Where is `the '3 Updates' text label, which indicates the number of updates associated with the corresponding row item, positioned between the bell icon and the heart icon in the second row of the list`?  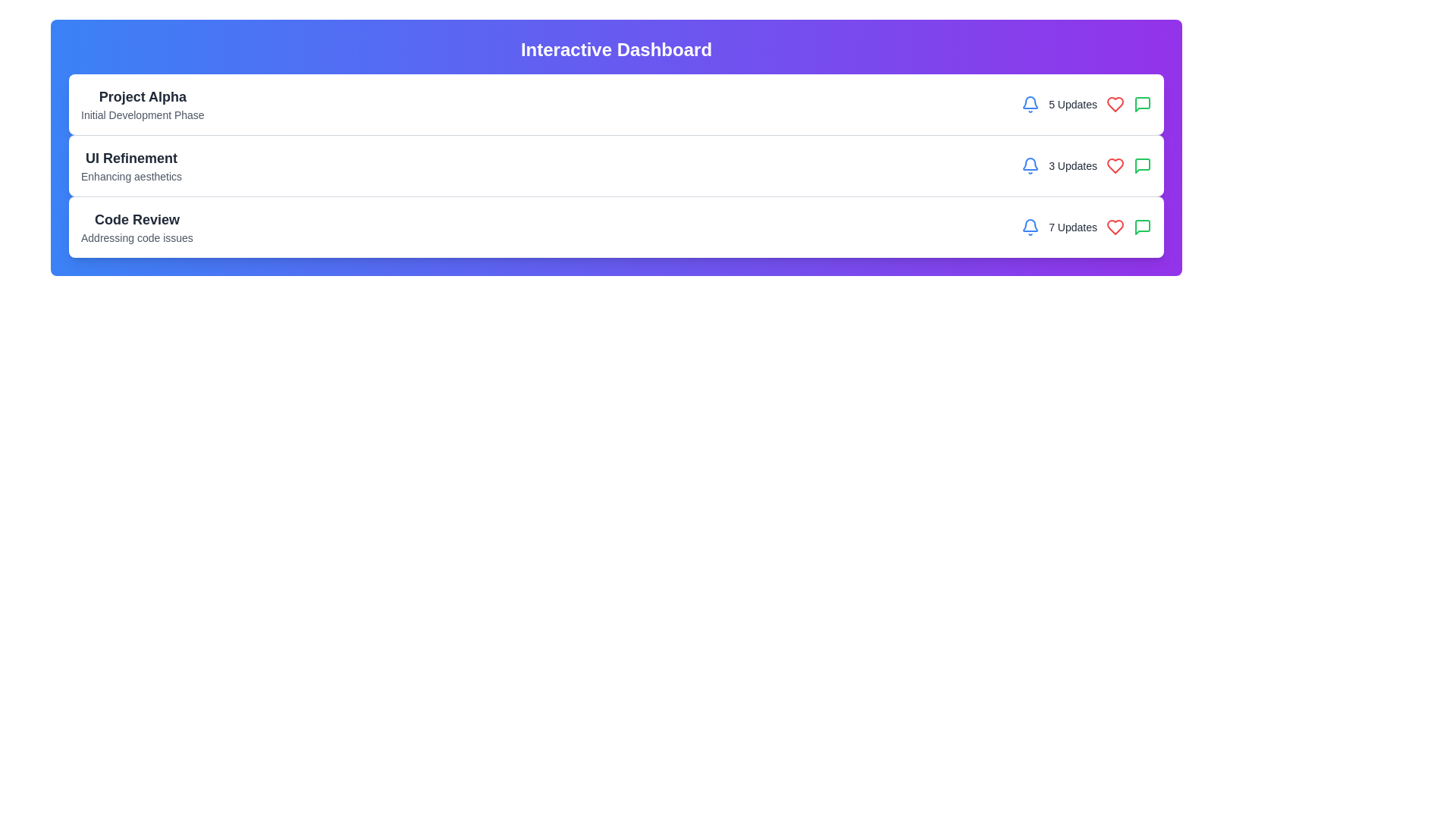 the '3 Updates' text label, which indicates the number of updates associated with the corresponding row item, positioned between the bell icon and the heart icon in the second row of the list is located at coordinates (1072, 166).